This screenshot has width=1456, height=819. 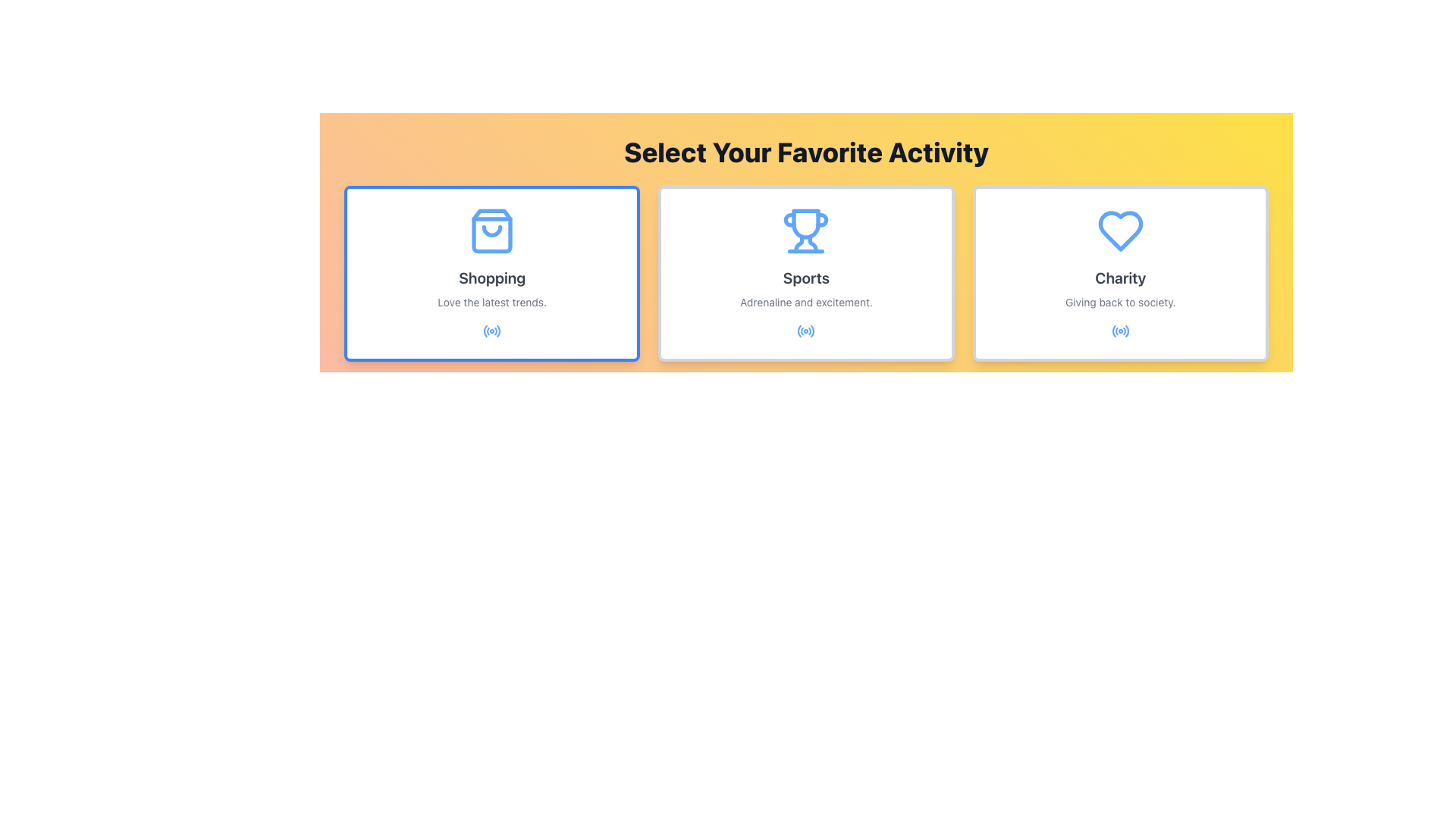 What do you see at coordinates (1120, 231) in the screenshot?
I see `the heart-shaped icon representing 'Charity' located at the top-center of its card under the heading 'Select Your Favorite Activity.'` at bounding box center [1120, 231].